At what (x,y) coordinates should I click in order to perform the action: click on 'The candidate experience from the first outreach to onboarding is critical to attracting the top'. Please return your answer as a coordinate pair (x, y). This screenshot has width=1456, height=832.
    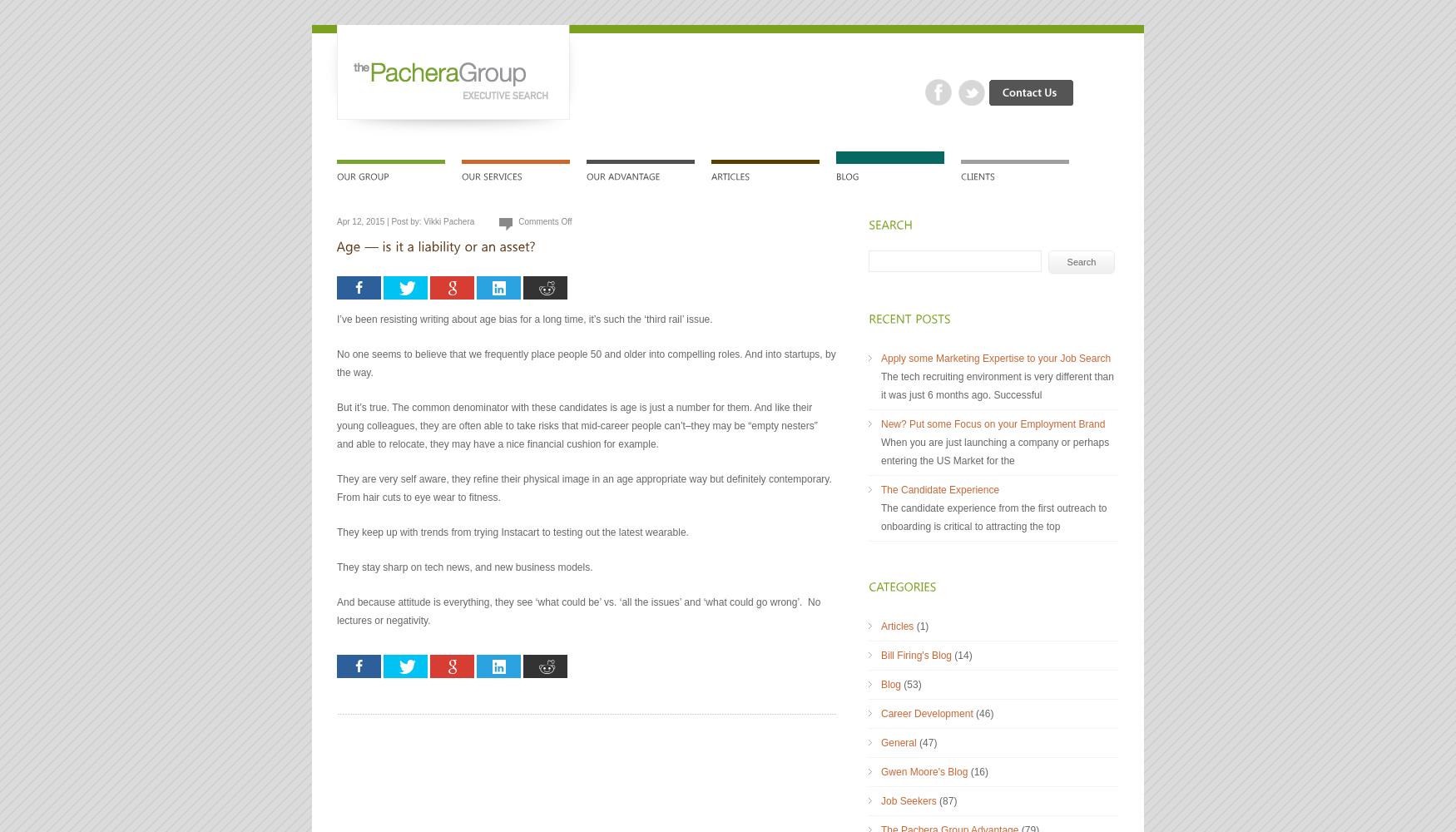
    Looking at the image, I should click on (993, 517).